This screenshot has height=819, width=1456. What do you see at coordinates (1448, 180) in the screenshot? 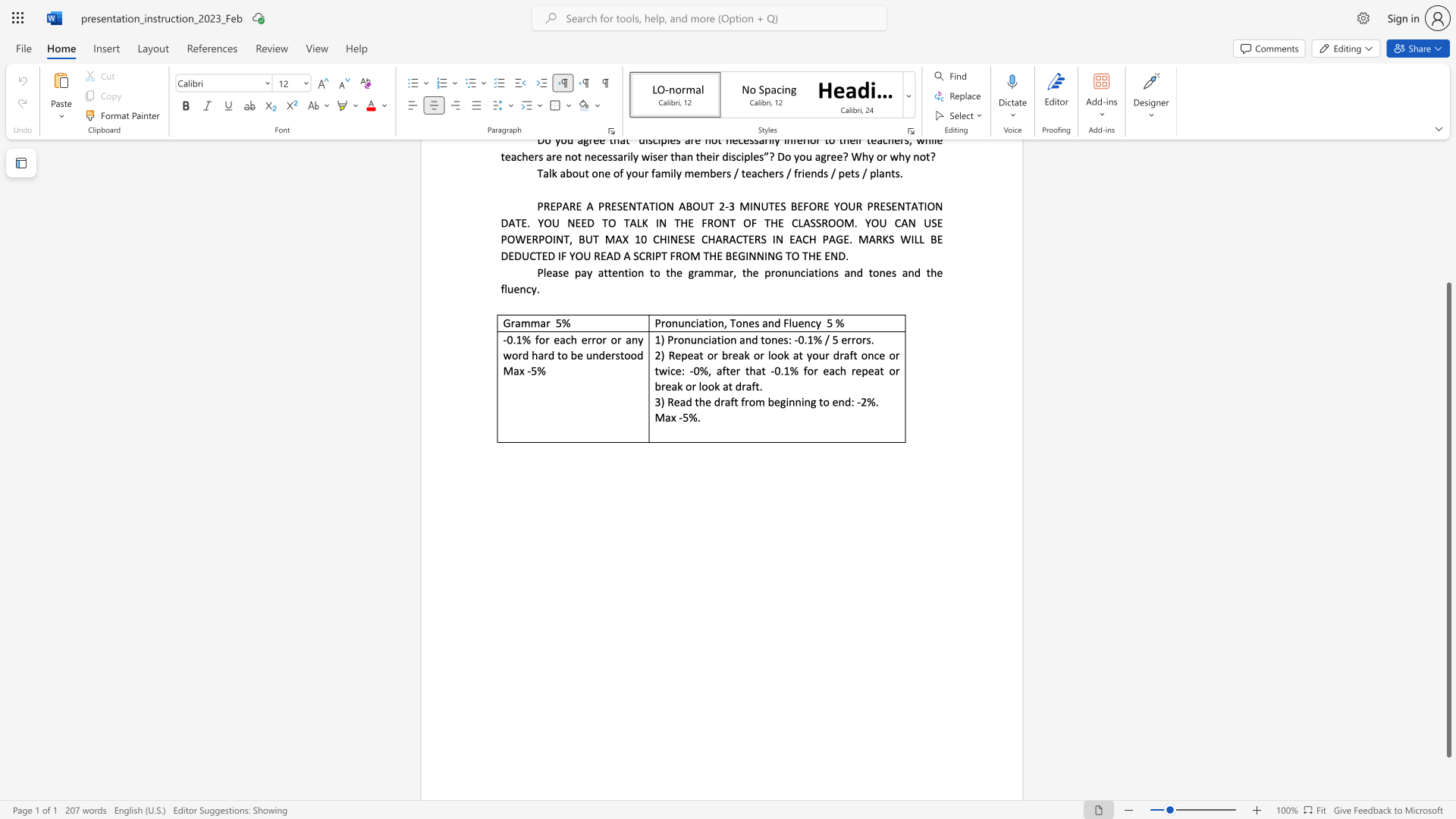
I see `the scrollbar` at bounding box center [1448, 180].